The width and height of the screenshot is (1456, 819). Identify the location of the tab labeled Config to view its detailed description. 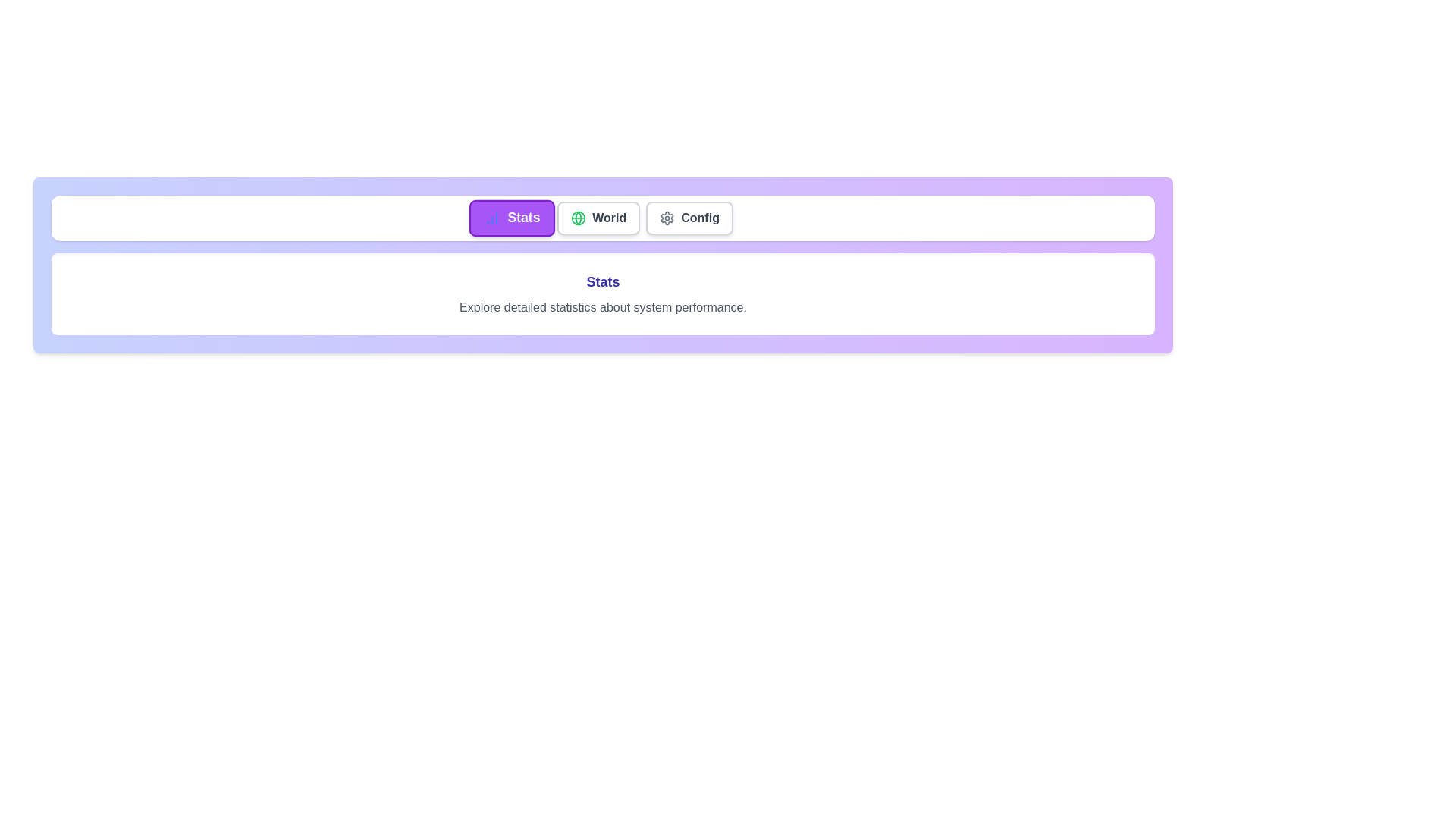
(689, 218).